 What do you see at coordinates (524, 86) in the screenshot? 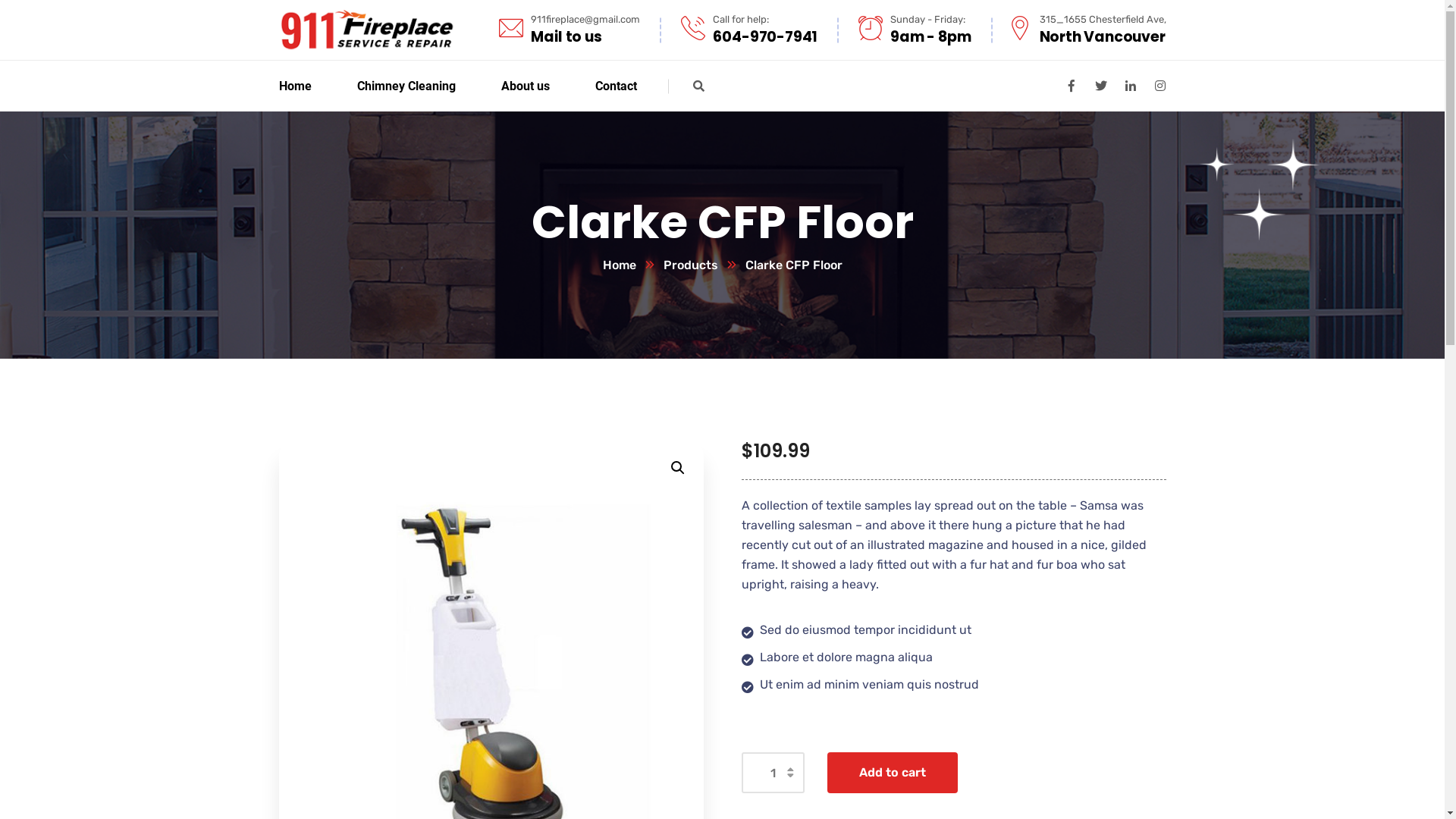
I see `'About us'` at bounding box center [524, 86].